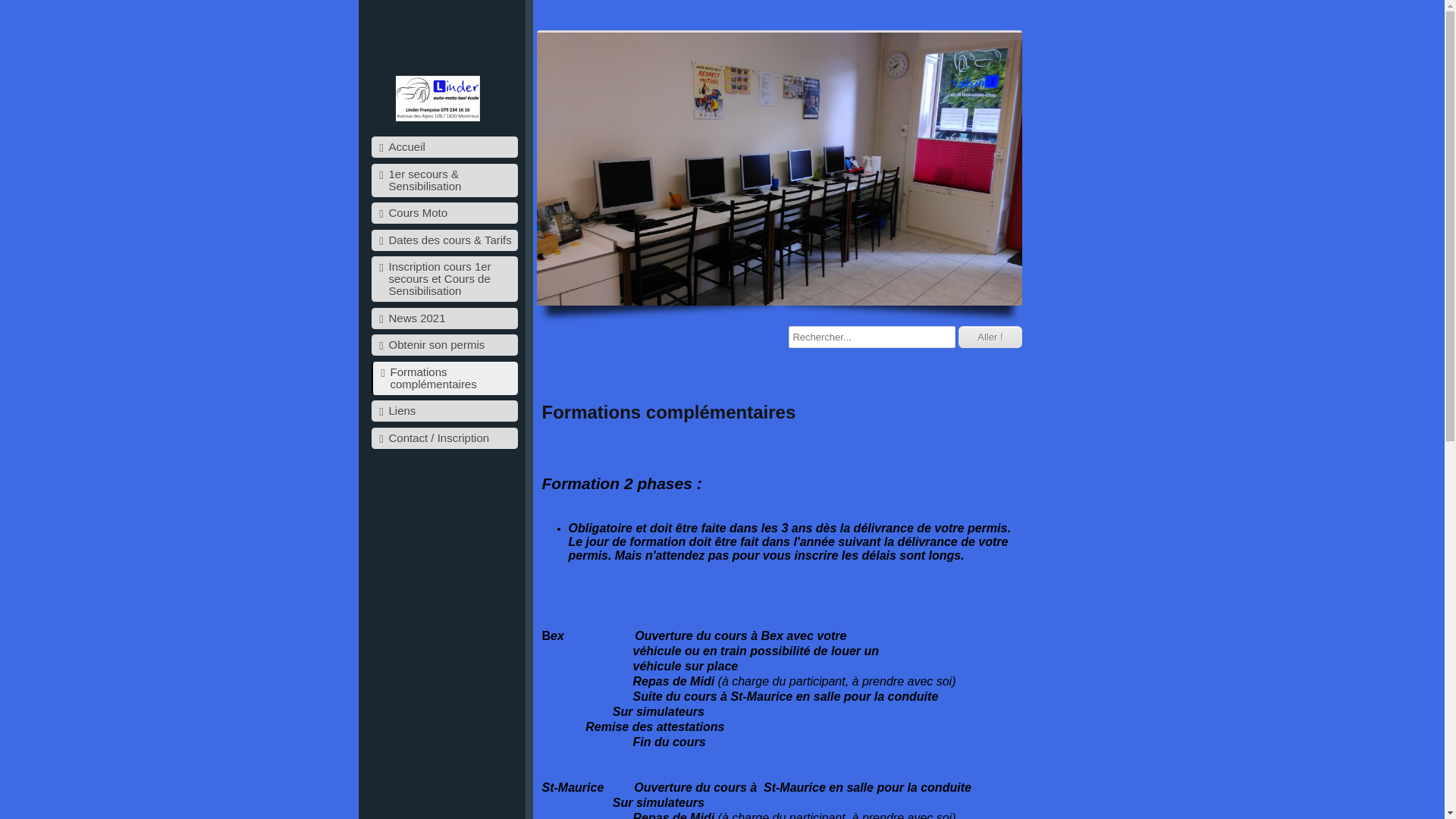 This screenshot has width=1456, height=819. What do you see at coordinates (371, 146) in the screenshot?
I see `'Accueil'` at bounding box center [371, 146].